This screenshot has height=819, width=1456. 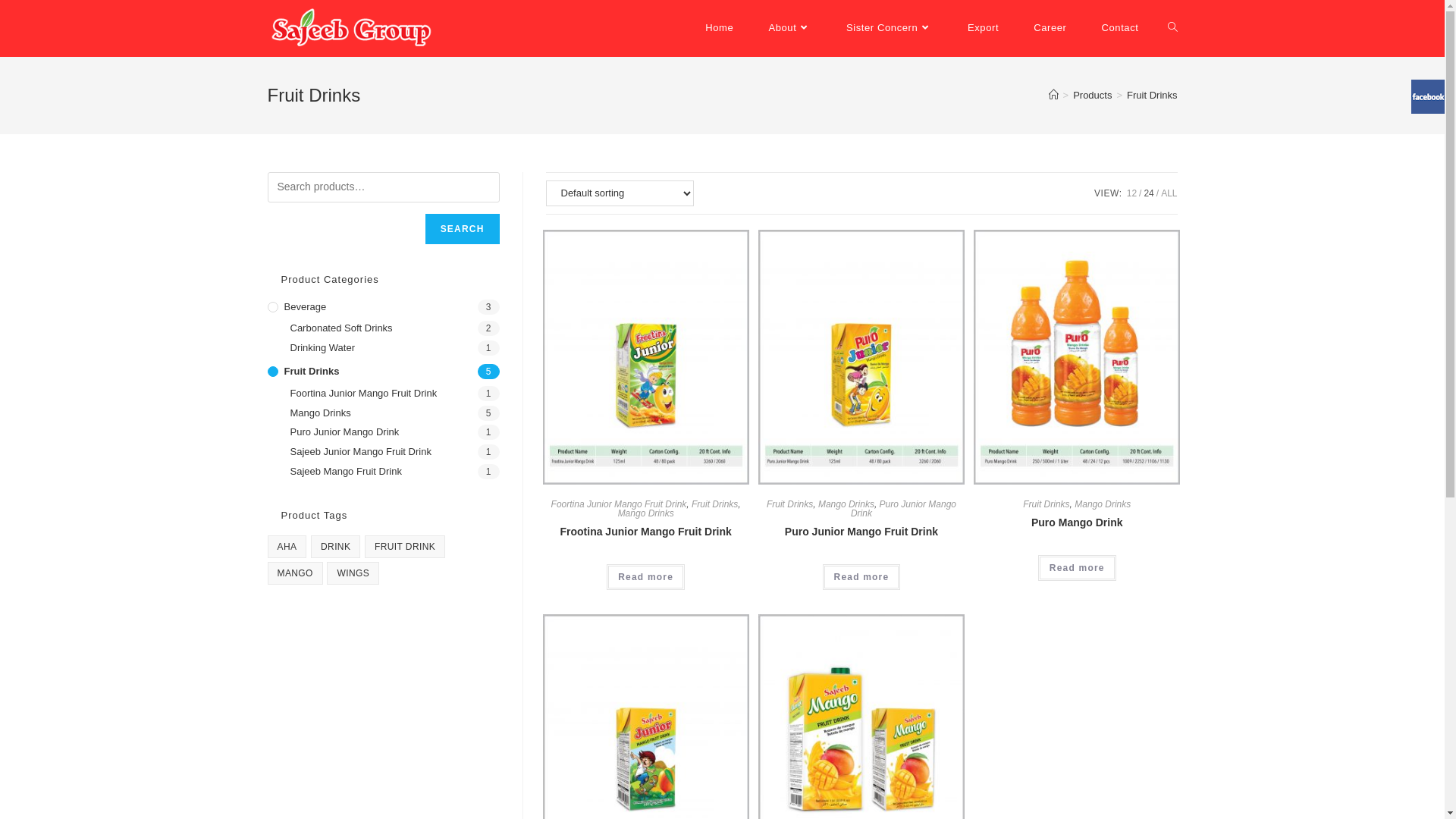 I want to click on 'MANGO', so click(x=294, y=573).